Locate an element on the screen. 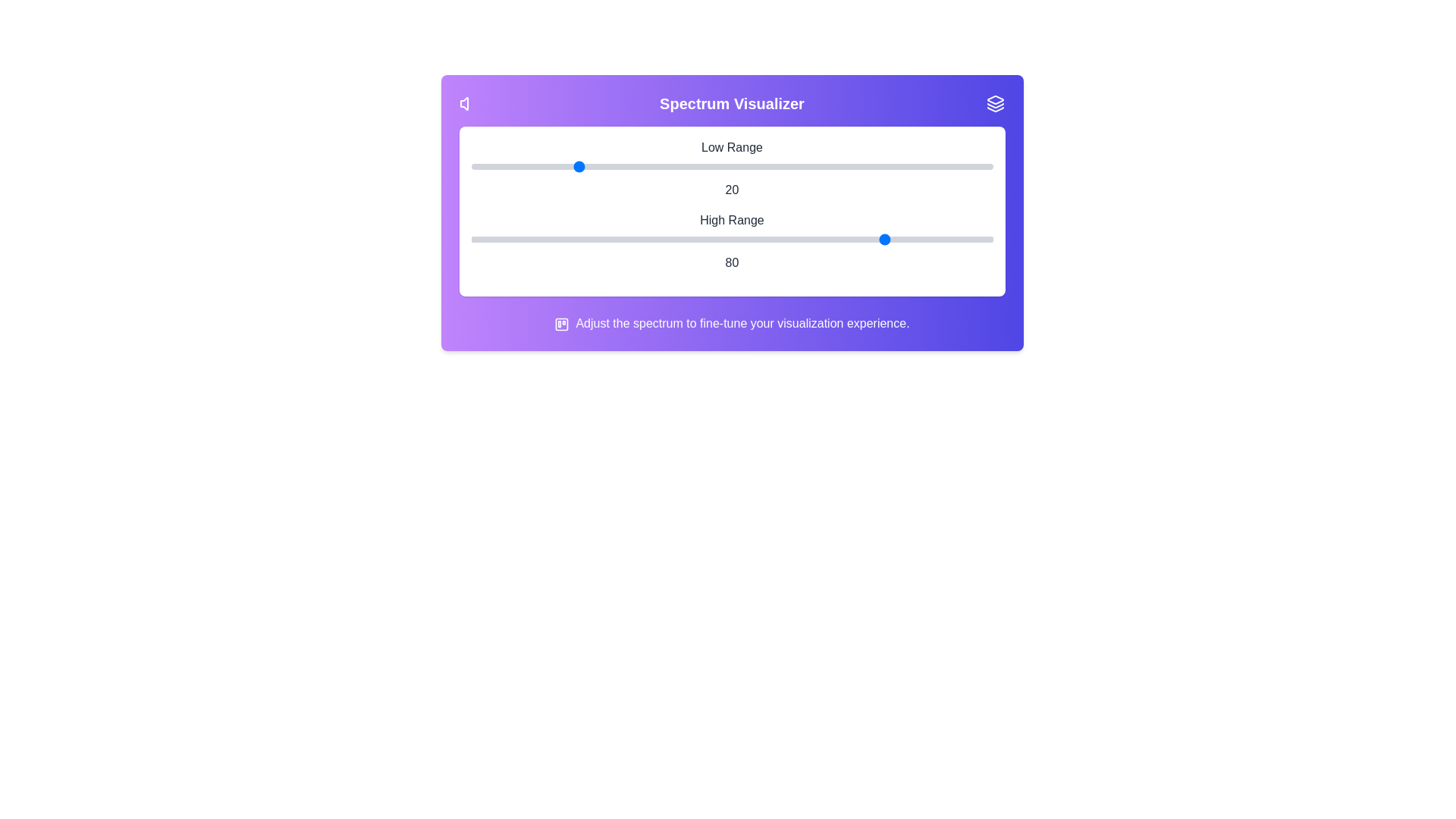 The image size is (1456, 819). the volume icon to toggle the volume is located at coordinates (467, 103).